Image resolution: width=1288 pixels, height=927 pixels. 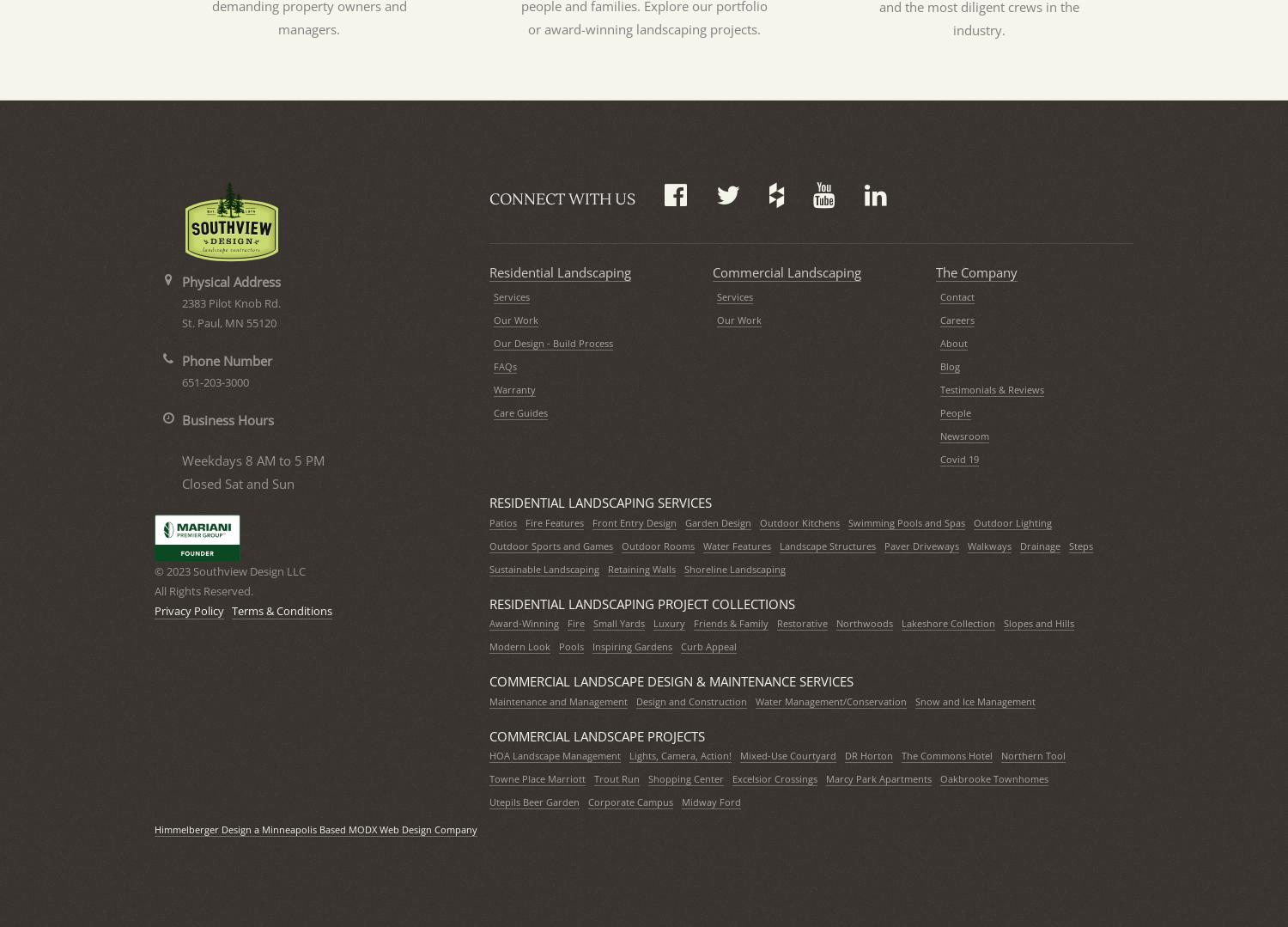 I want to click on 'Landscape Structures', so click(x=827, y=544).